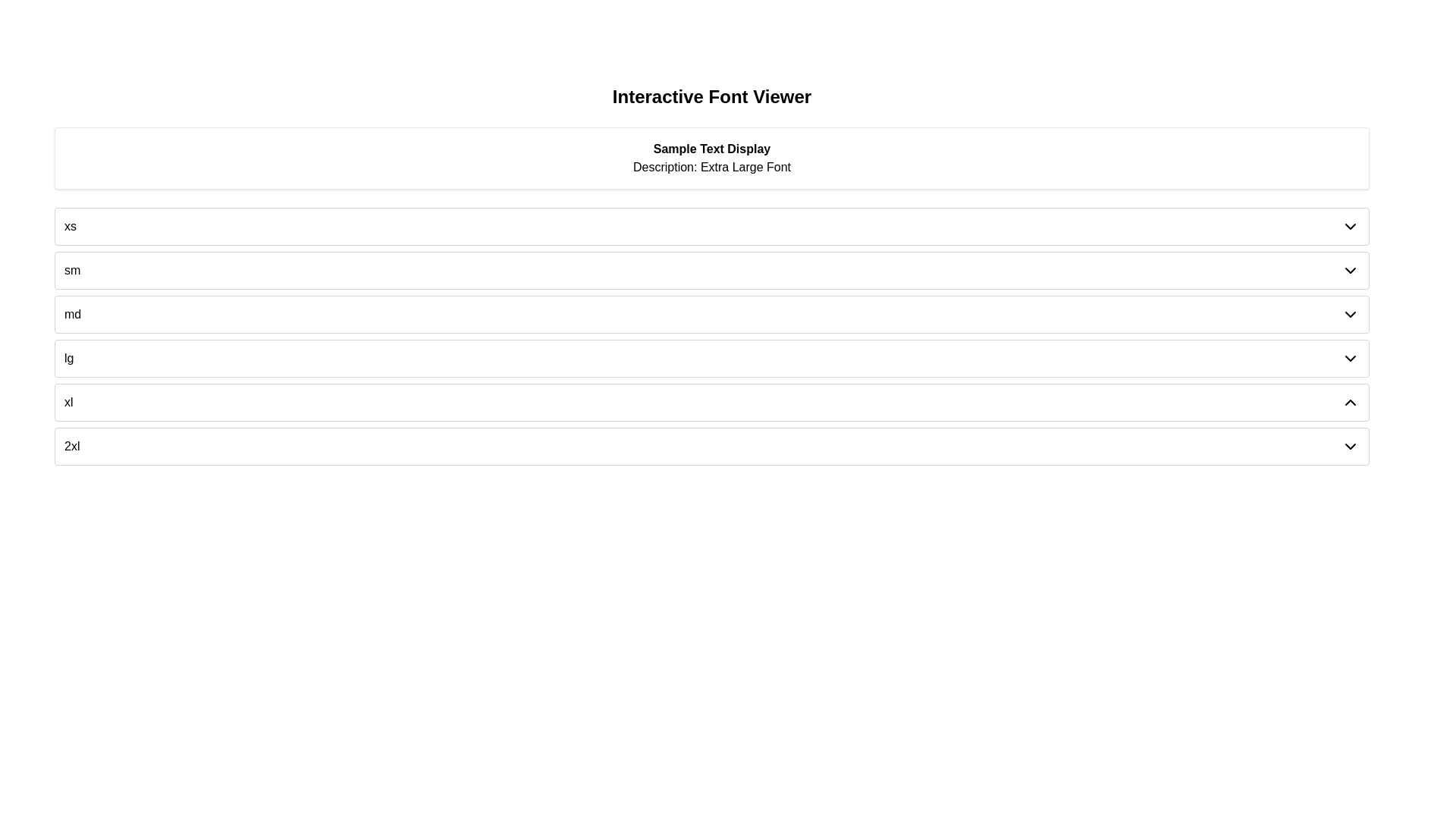 The height and width of the screenshot is (819, 1456). I want to click on the chevron icon located in the rightmost section of the 'sm' button, so click(1350, 270).